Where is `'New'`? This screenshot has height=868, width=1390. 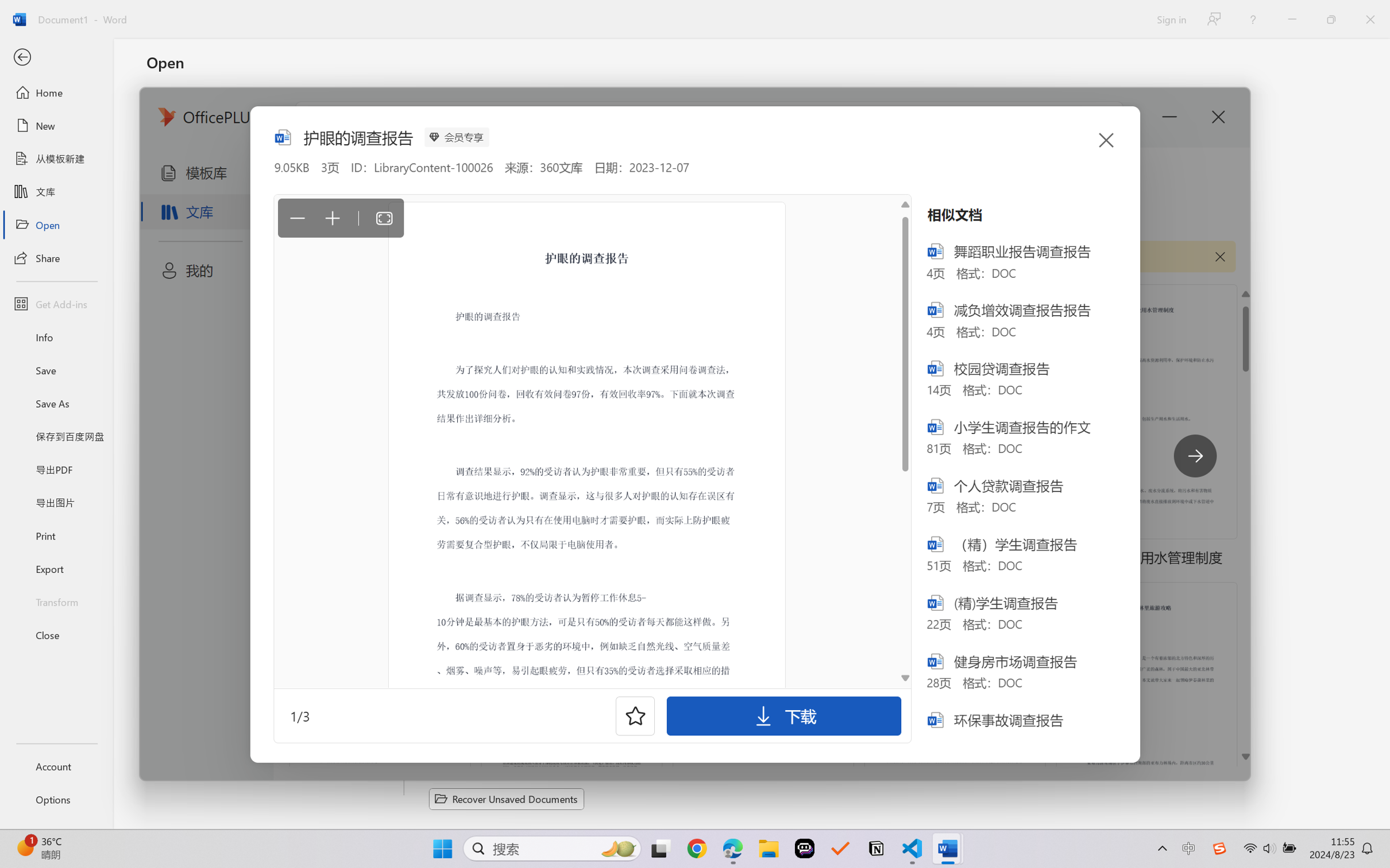
'New' is located at coordinates (56, 125).